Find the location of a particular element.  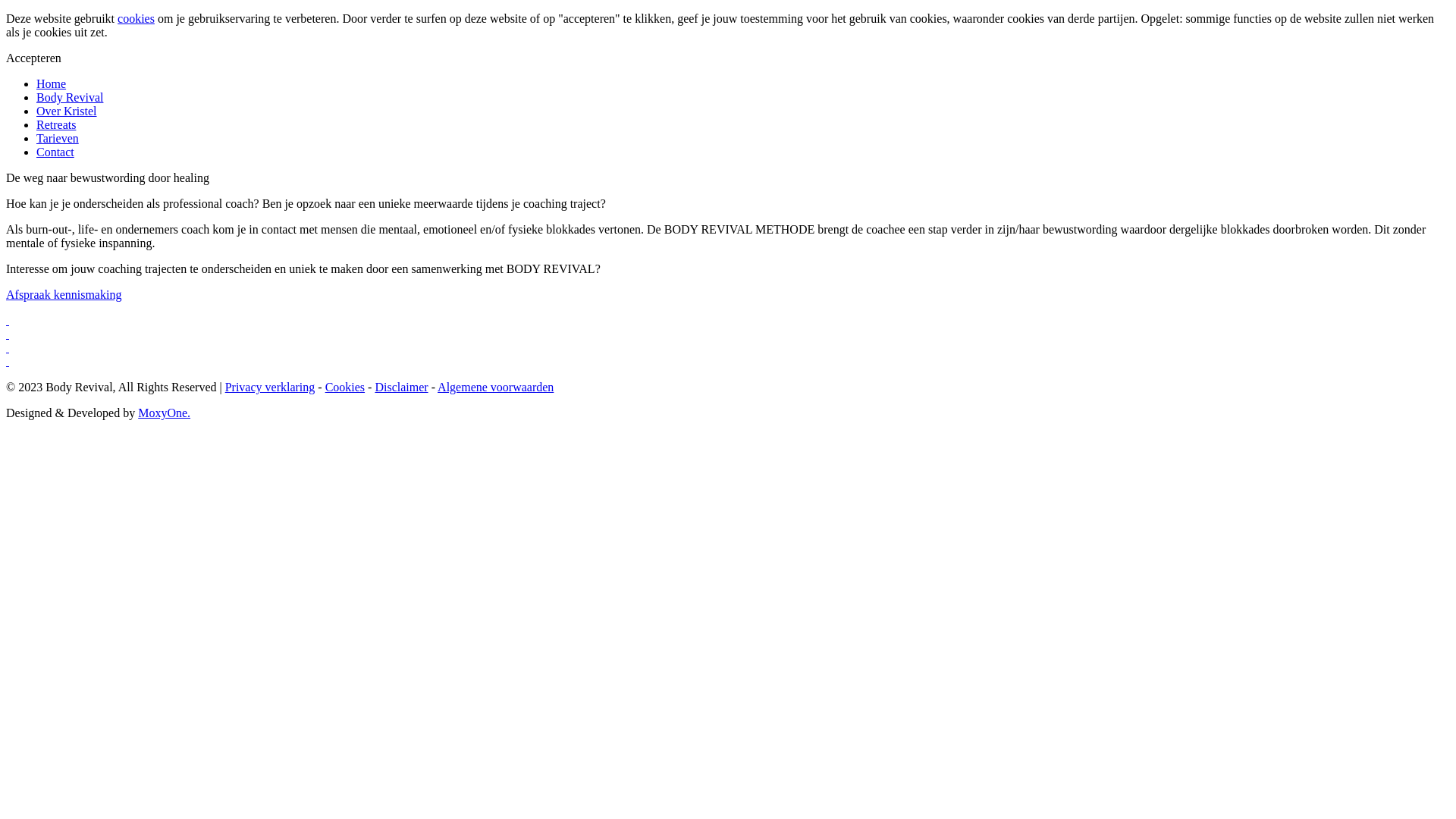

'Over Kristel' is located at coordinates (65, 110).